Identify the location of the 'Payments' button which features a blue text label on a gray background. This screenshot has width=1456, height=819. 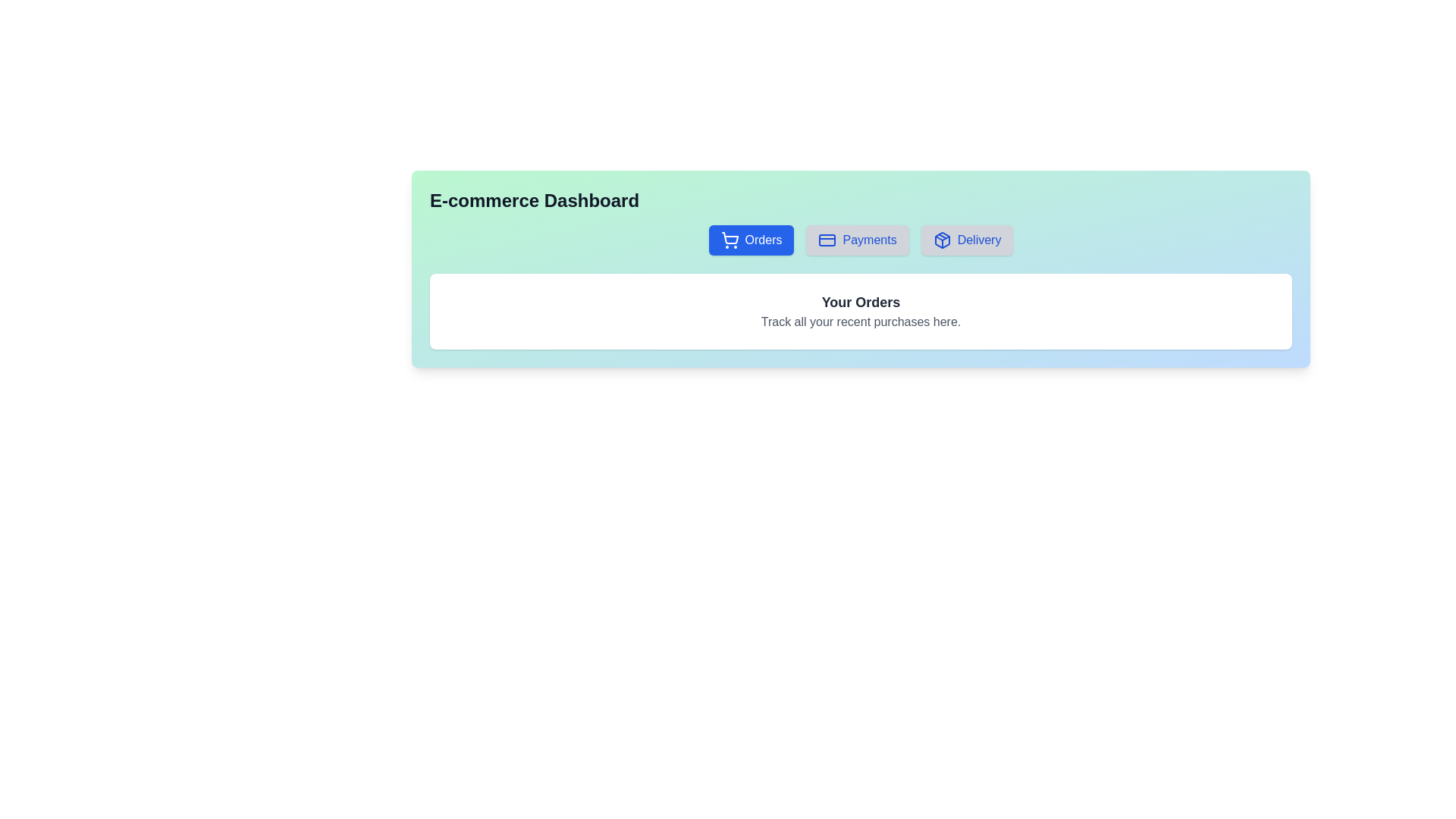
(870, 239).